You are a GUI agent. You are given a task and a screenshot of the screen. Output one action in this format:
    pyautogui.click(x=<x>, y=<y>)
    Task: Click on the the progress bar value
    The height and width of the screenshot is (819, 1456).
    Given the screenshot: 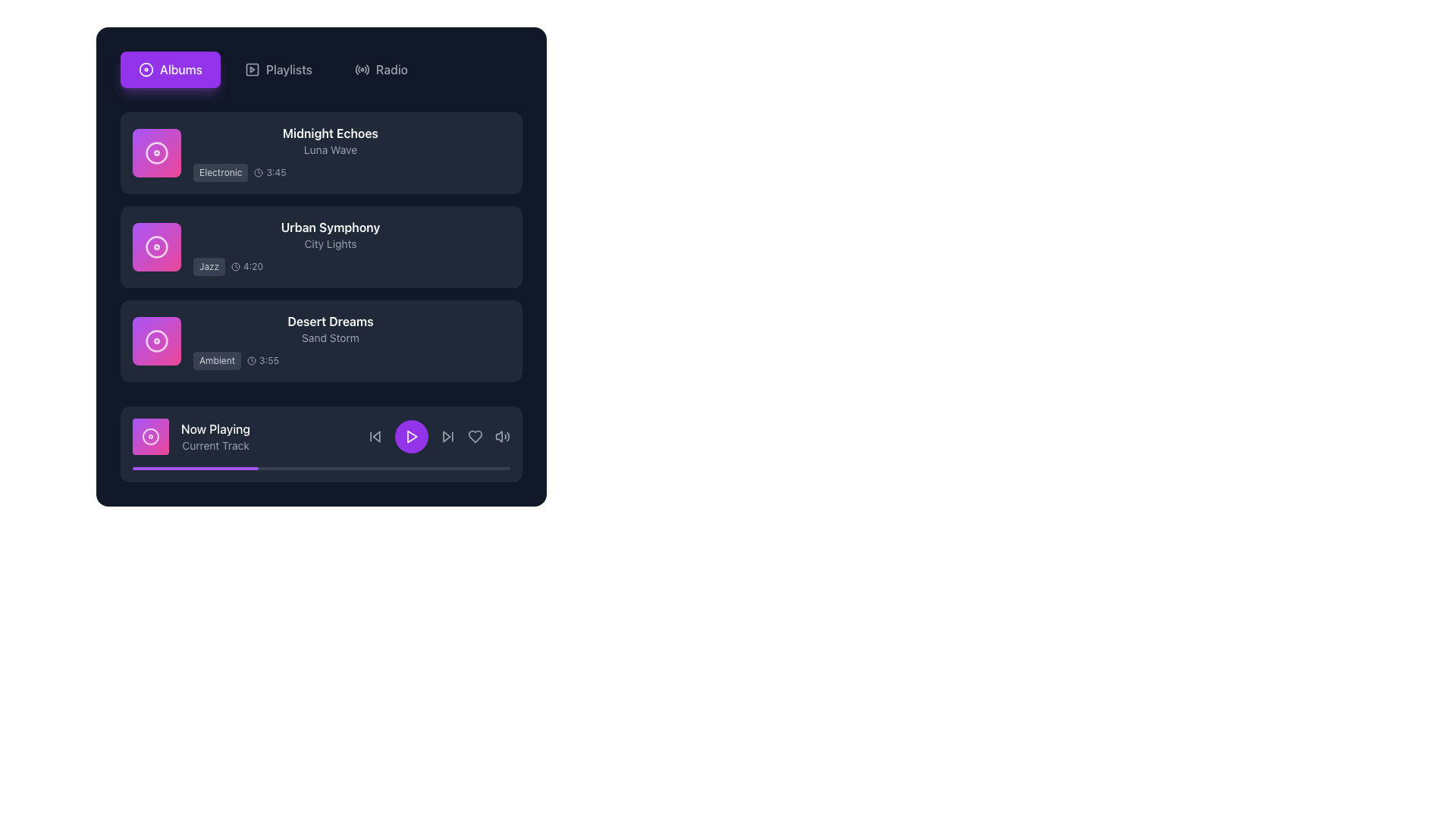 What is the action you would take?
    pyautogui.click(x=221, y=467)
    